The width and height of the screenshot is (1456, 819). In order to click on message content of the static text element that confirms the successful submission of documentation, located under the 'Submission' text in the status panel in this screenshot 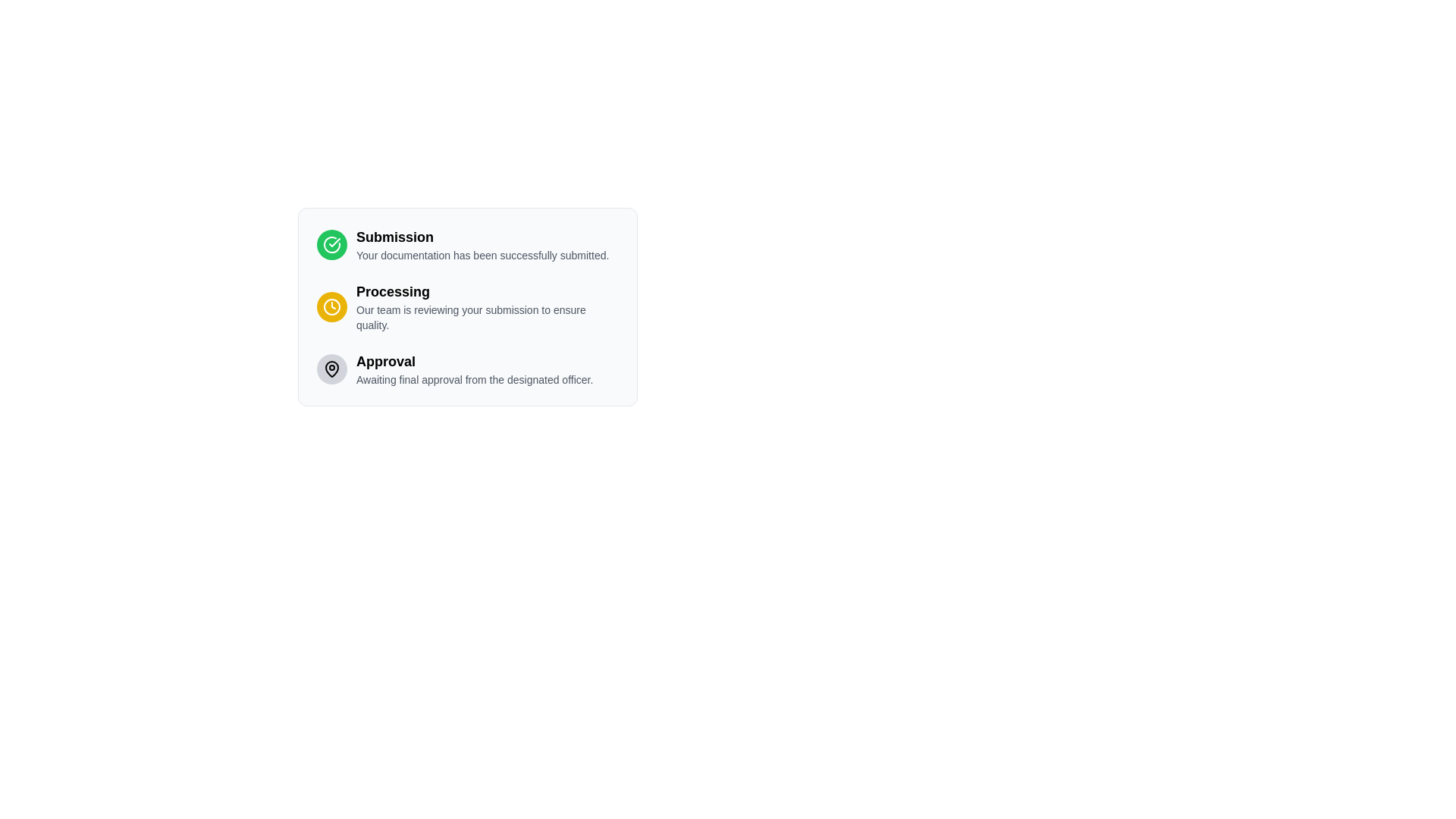, I will do `click(482, 254)`.